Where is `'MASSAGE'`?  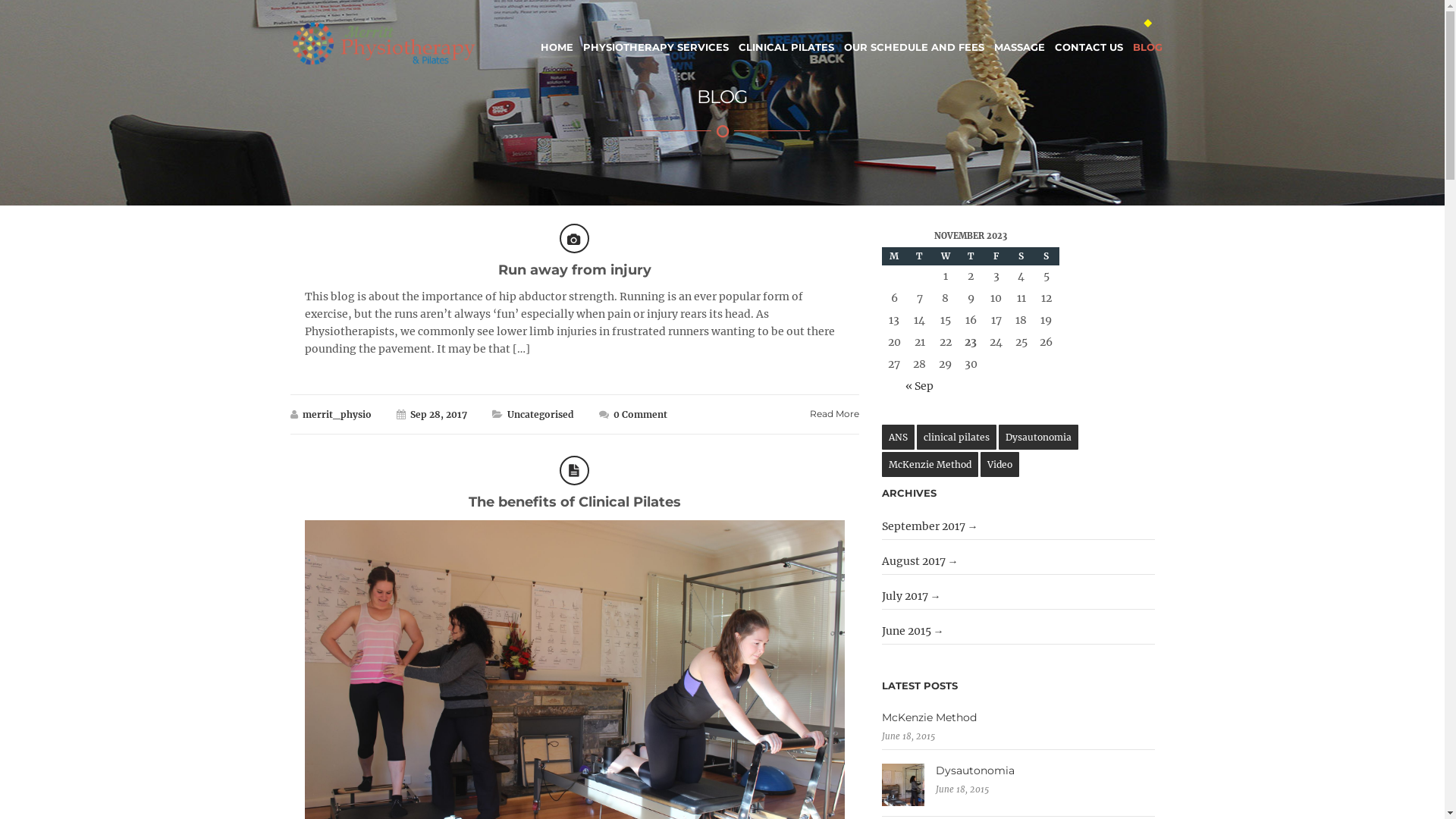
'MASSAGE' is located at coordinates (993, 37).